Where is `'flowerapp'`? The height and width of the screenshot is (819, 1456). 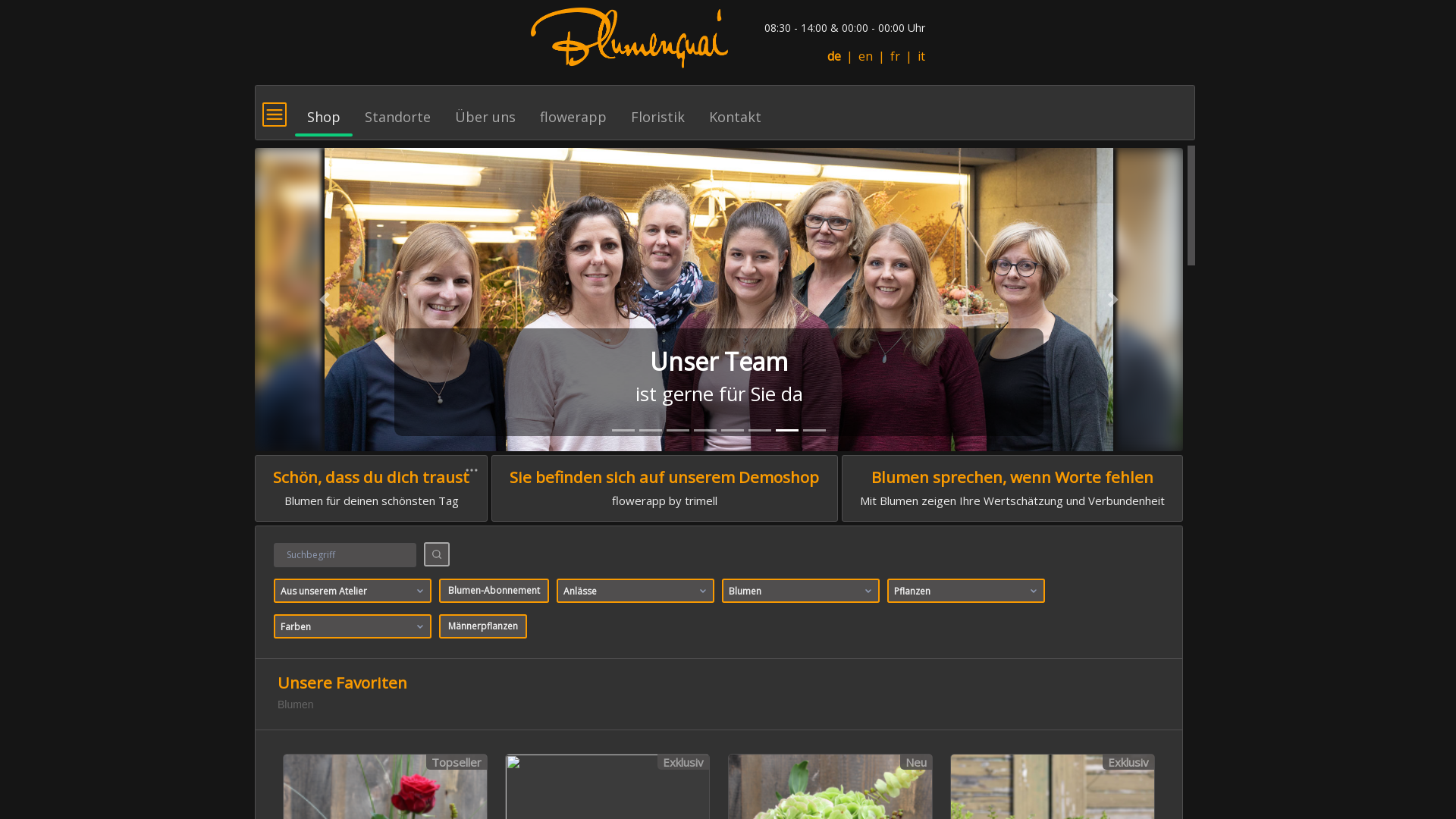 'flowerapp' is located at coordinates (572, 109).